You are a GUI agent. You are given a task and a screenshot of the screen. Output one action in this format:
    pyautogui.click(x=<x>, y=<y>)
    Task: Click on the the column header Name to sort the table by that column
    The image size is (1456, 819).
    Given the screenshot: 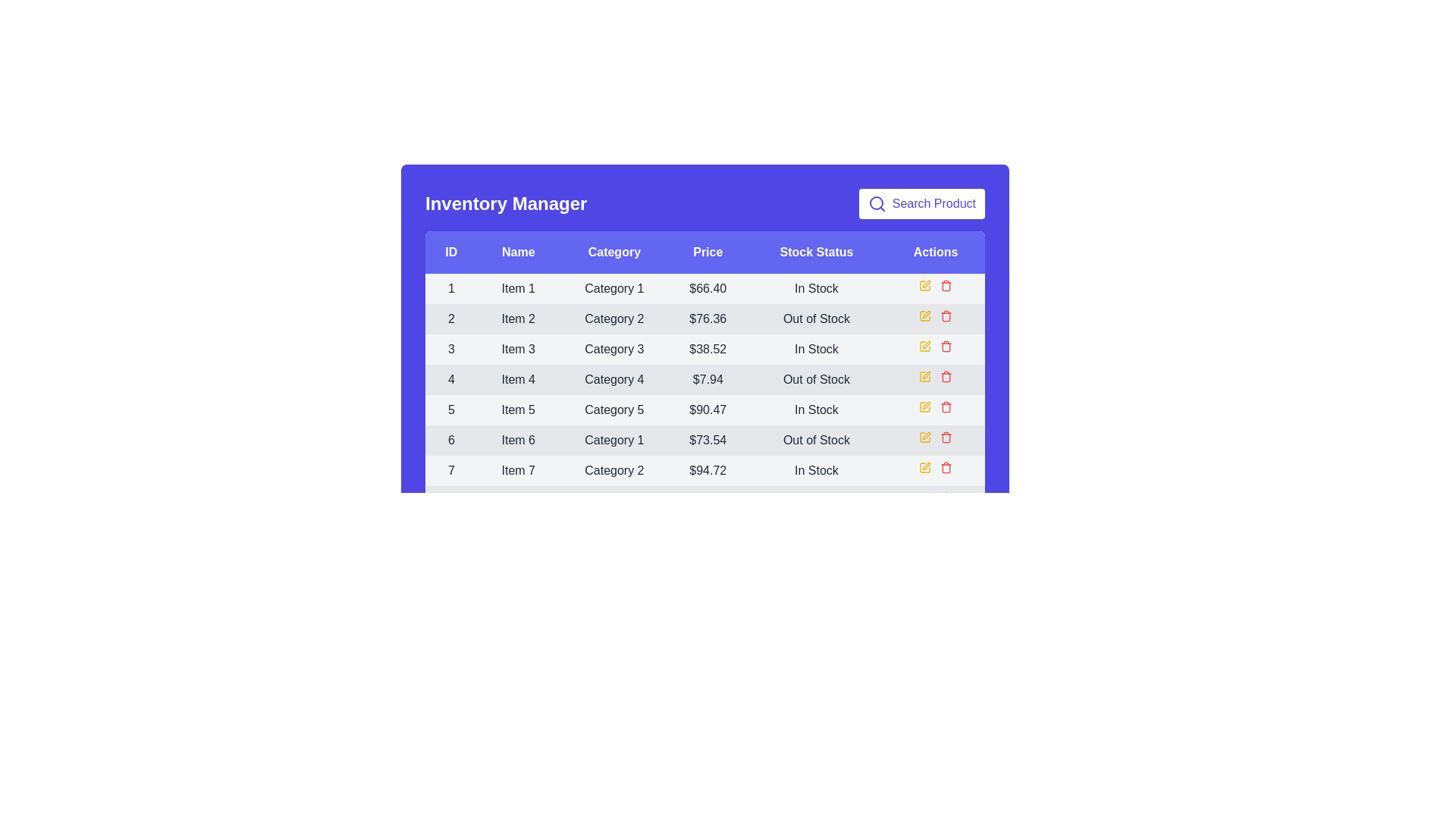 What is the action you would take?
    pyautogui.click(x=517, y=251)
    